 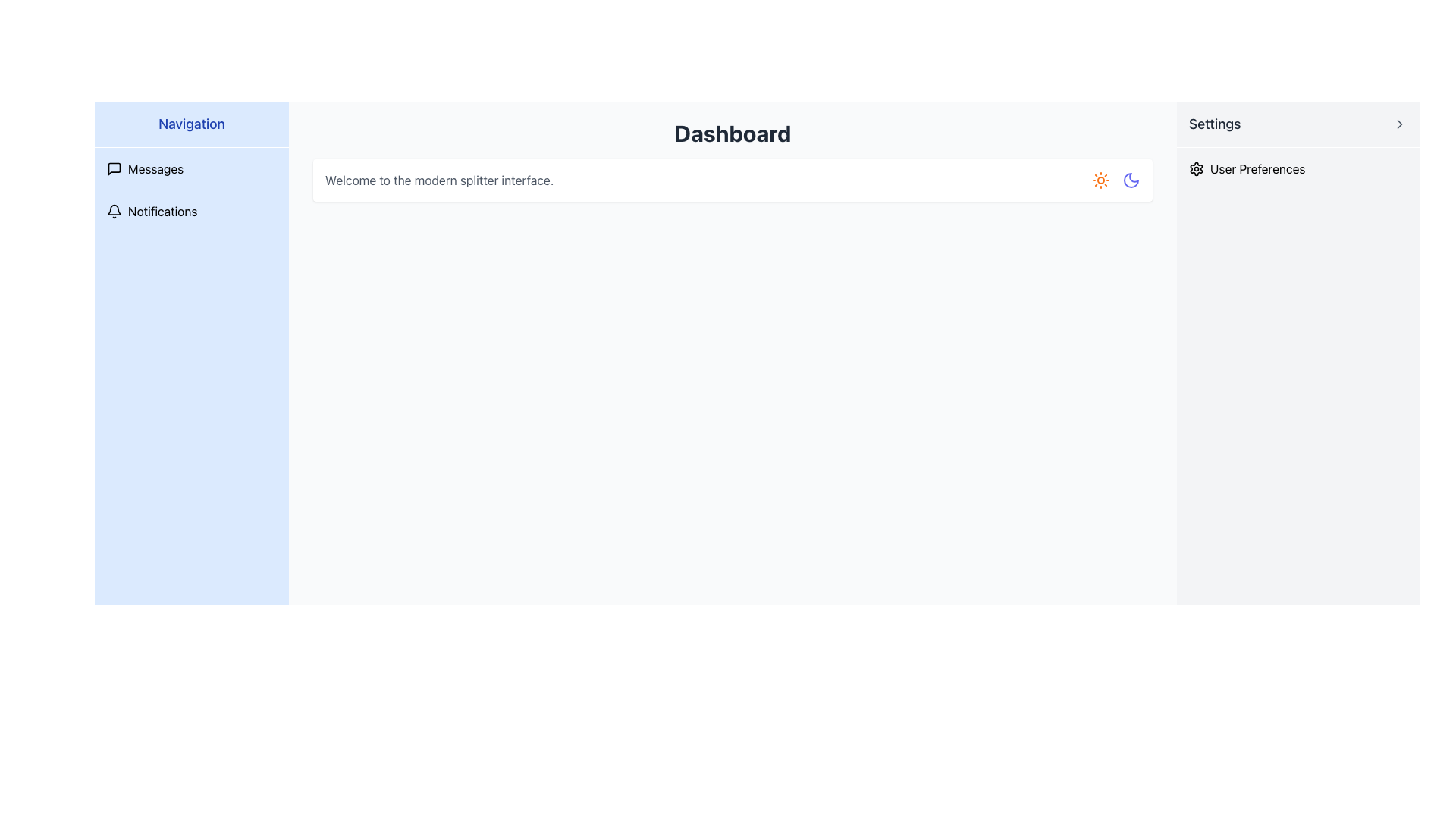 What do you see at coordinates (1298, 124) in the screenshot?
I see `the navigational link at the top of the sidebar that indicates access to the 'Settings' section` at bounding box center [1298, 124].